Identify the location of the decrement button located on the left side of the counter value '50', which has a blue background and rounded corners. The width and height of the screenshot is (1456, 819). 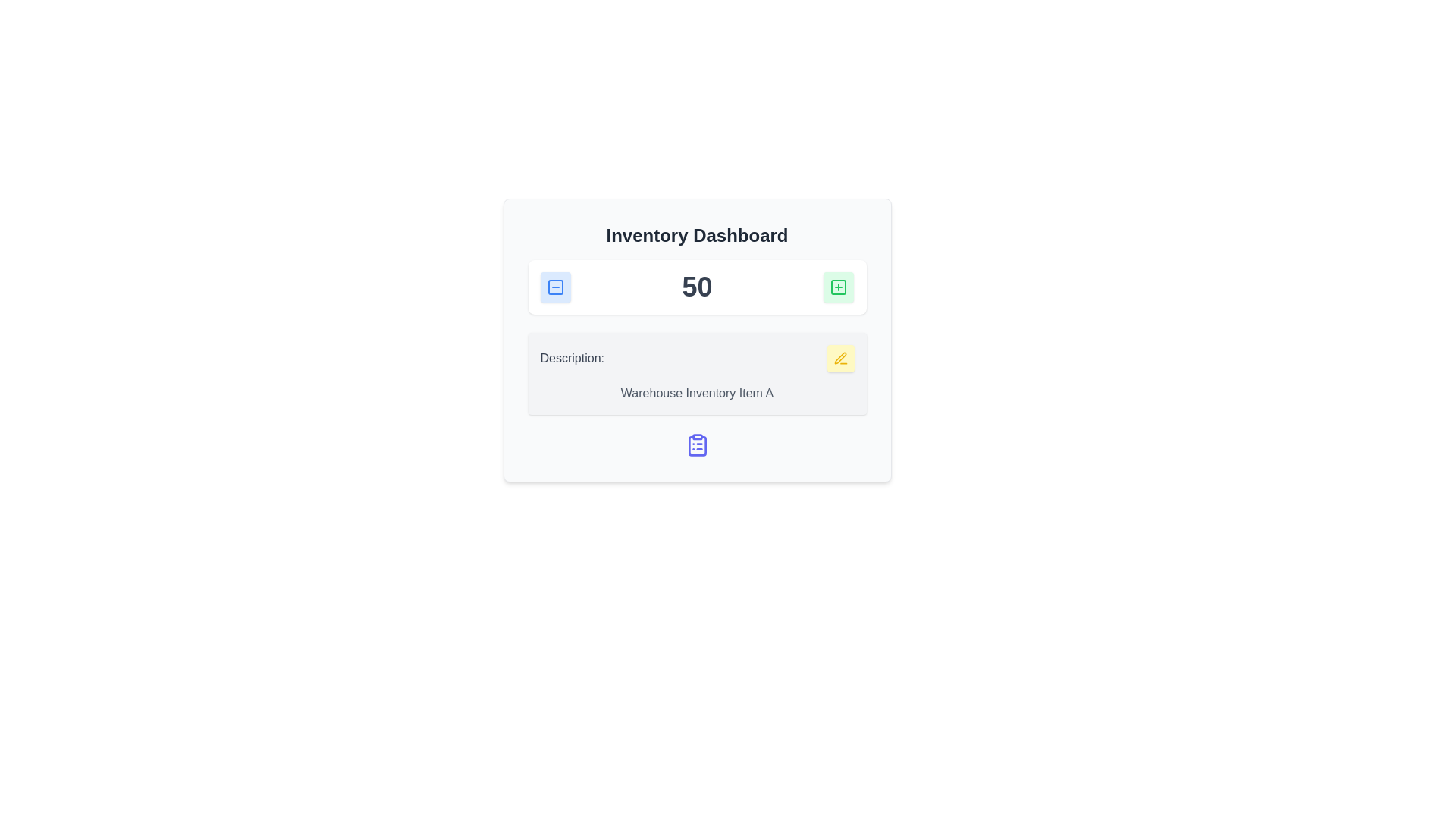
(554, 287).